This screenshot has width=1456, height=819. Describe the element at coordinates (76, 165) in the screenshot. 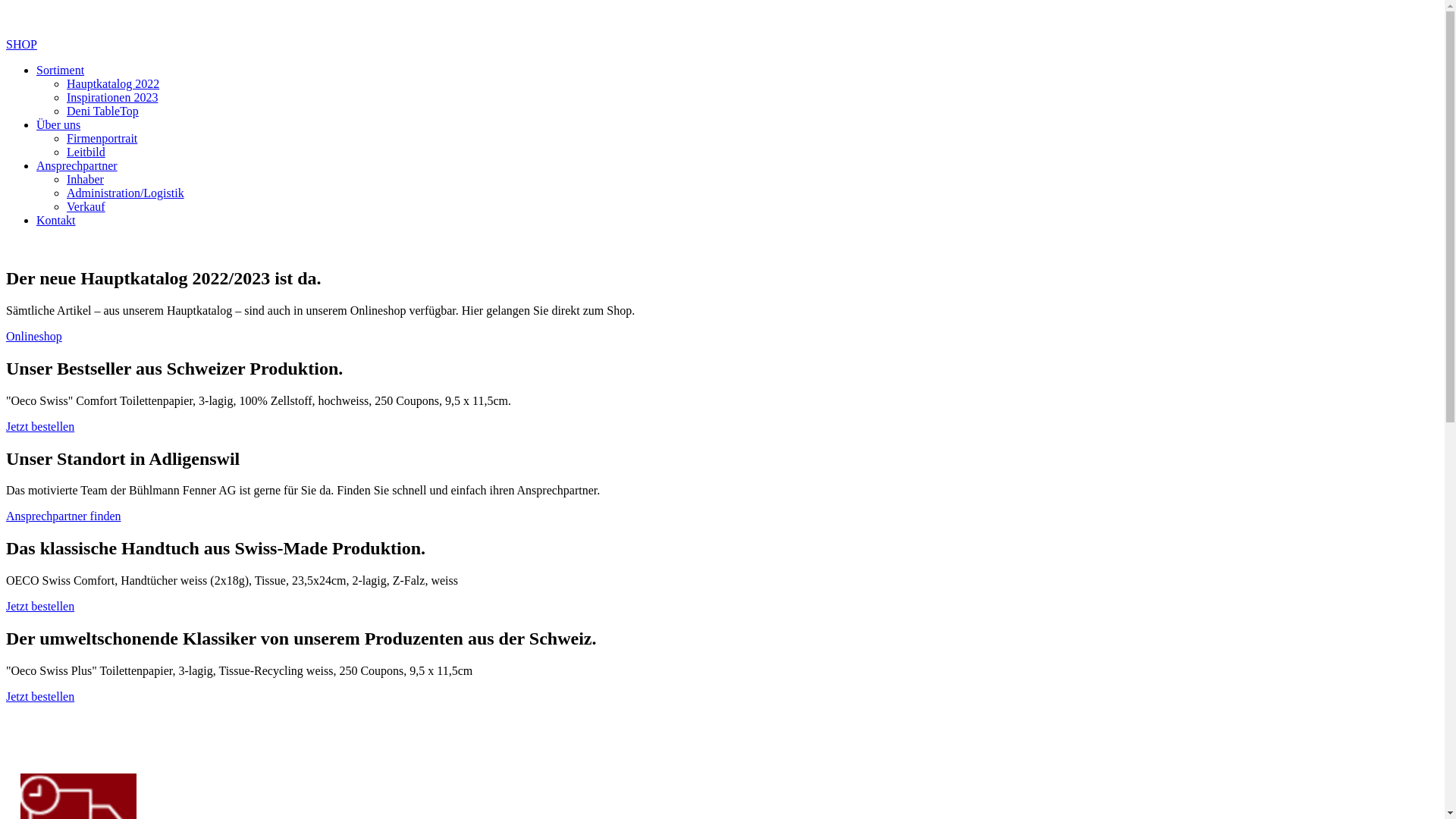

I see `'Ansprechpartner'` at that location.